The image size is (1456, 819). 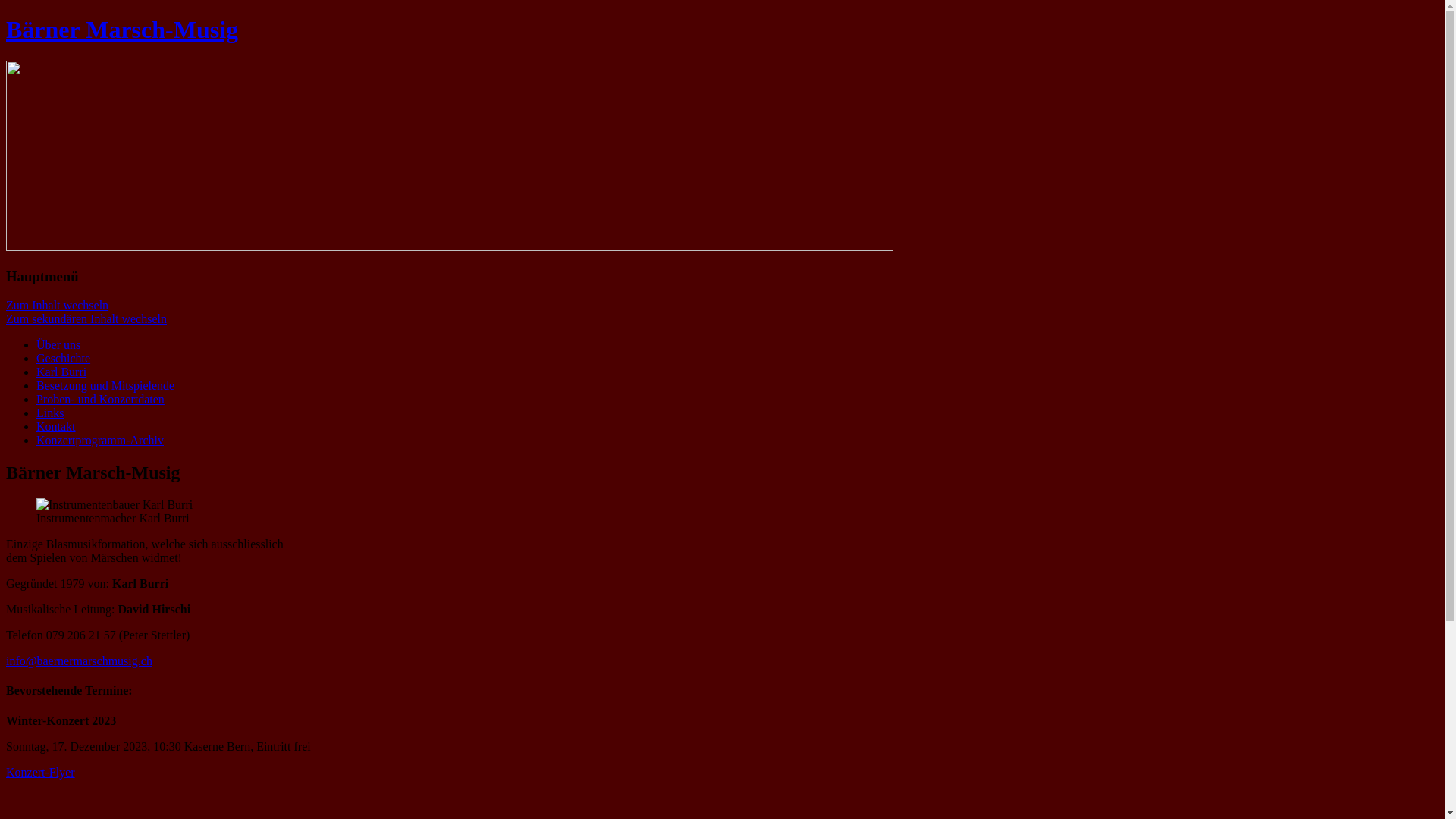 I want to click on 'Besetzung und Mitspielende', so click(x=36, y=384).